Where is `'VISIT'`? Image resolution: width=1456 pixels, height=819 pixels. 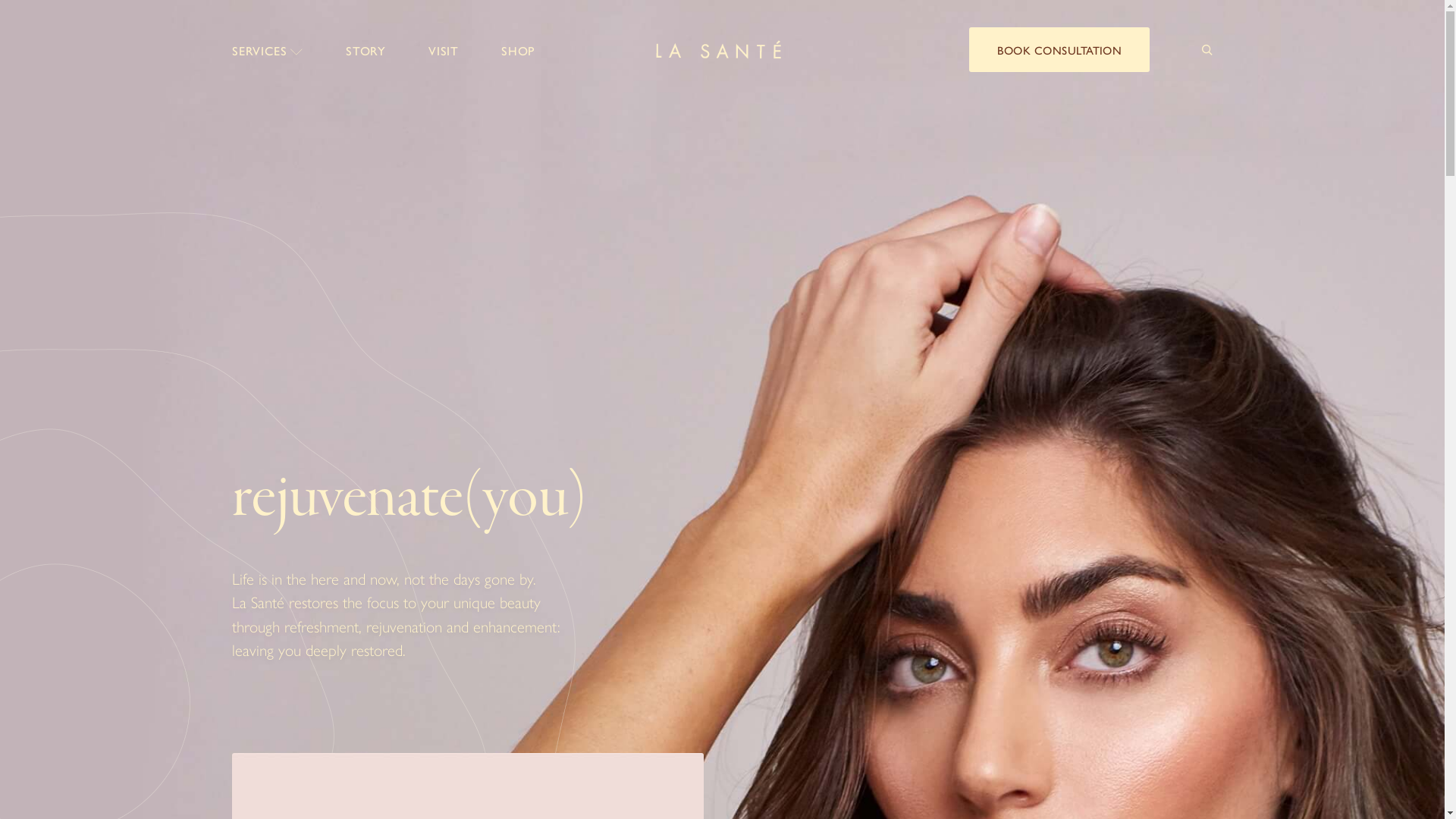
'VISIT' is located at coordinates (428, 49).